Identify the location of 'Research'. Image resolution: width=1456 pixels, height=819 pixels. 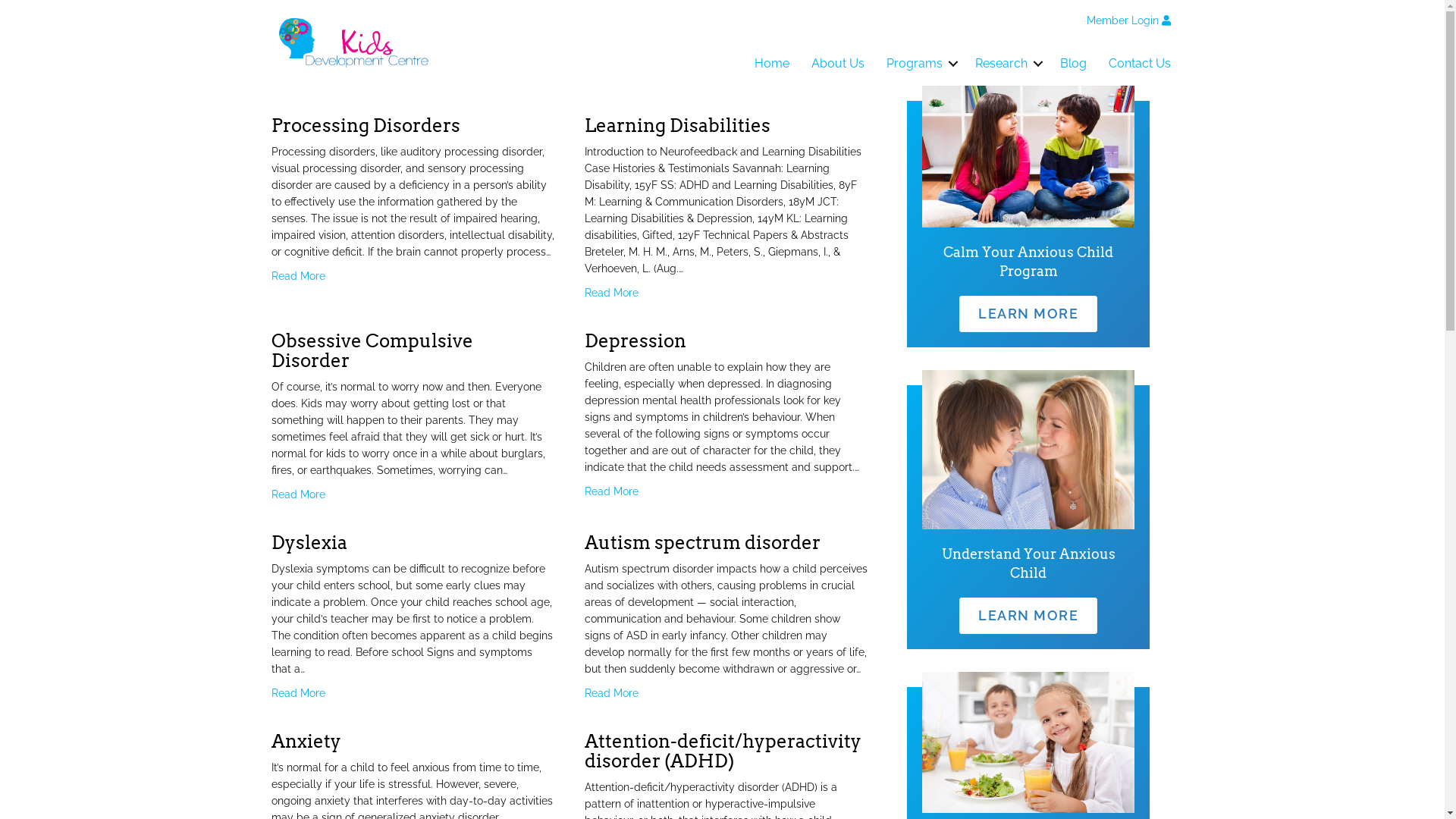
(1006, 63).